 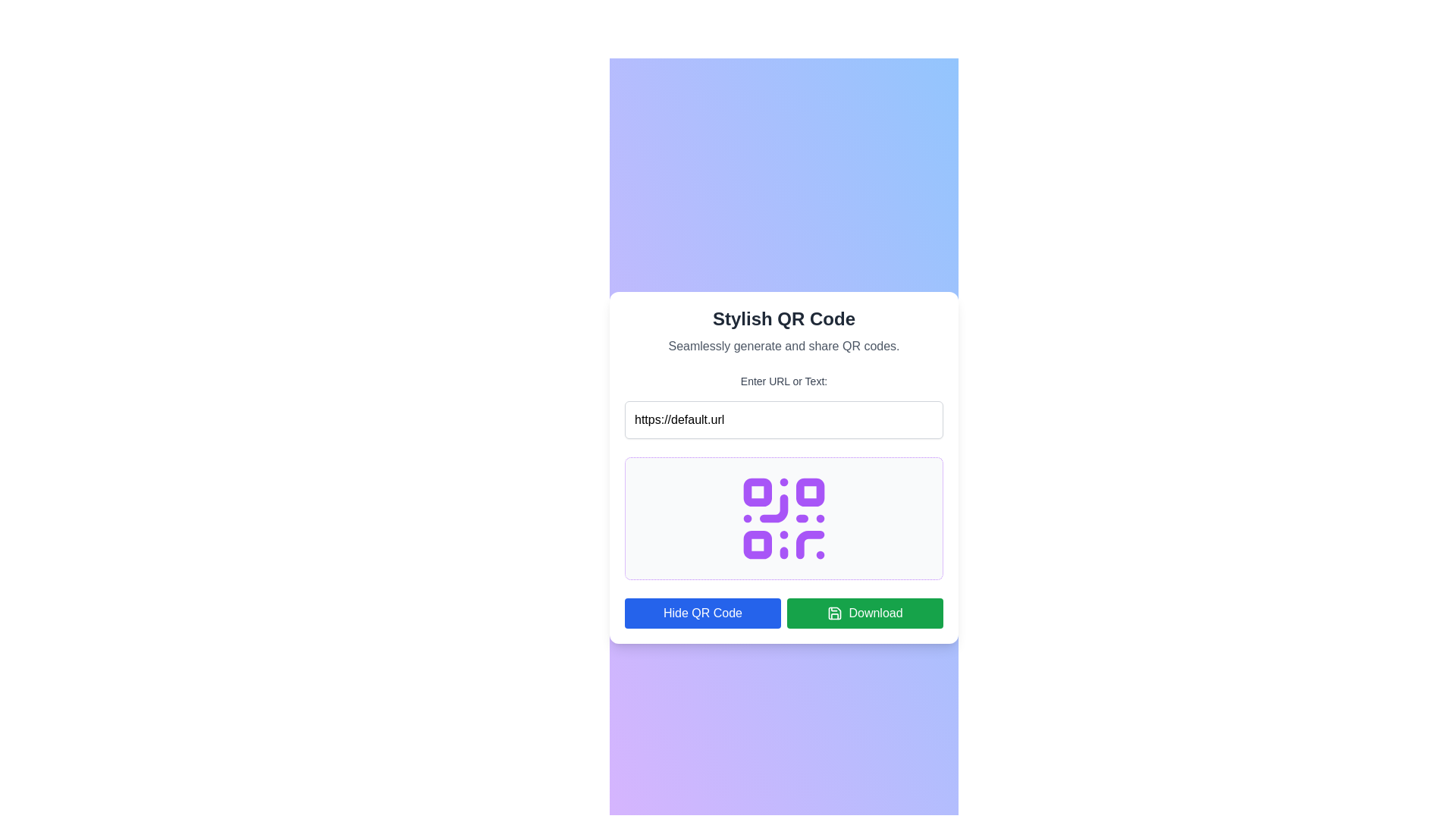 What do you see at coordinates (783, 330) in the screenshot?
I see `the title and subtitle text block that describes QR code generation and sharing, which is centrally aligned at the top of the section and positioned above the 'Enter URL or Text' text field` at bounding box center [783, 330].